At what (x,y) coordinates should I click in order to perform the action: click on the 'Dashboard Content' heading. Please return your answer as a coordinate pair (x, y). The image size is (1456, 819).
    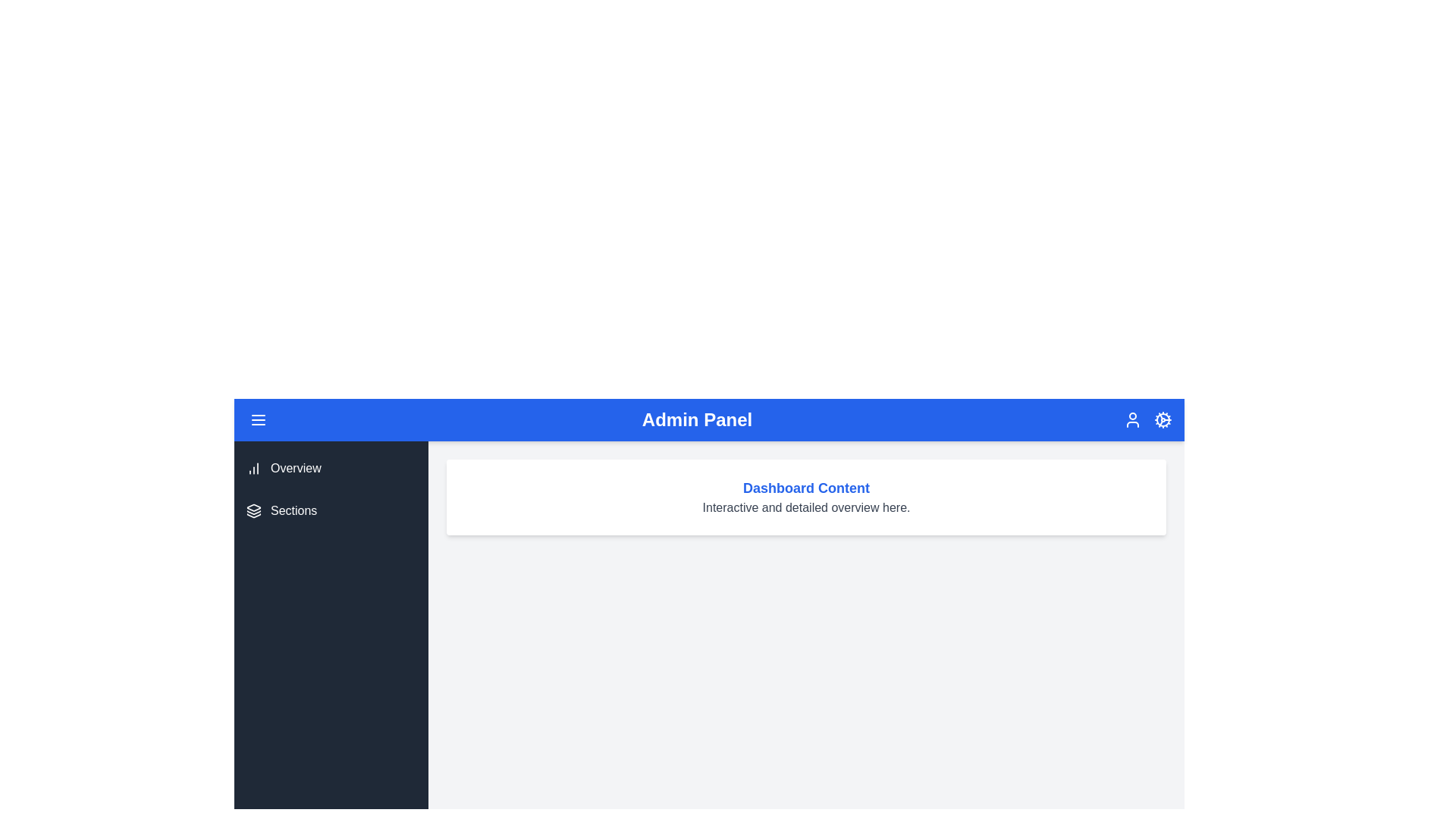
    Looking at the image, I should click on (805, 488).